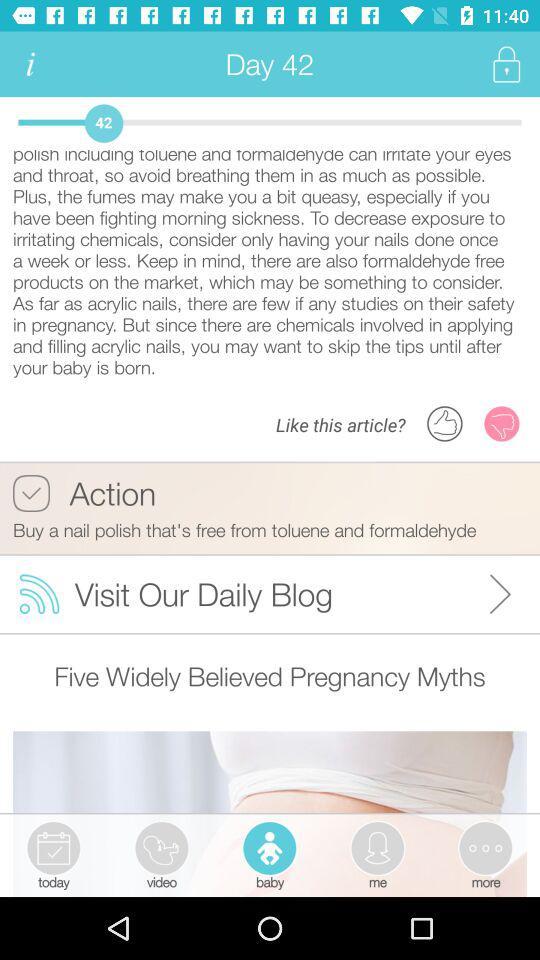 This screenshot has width=540, height=960. What do you see at coordinates (83, 492) in the screenshot?
I see `icon below the thanks to your item` at bounding box center [83, 492].